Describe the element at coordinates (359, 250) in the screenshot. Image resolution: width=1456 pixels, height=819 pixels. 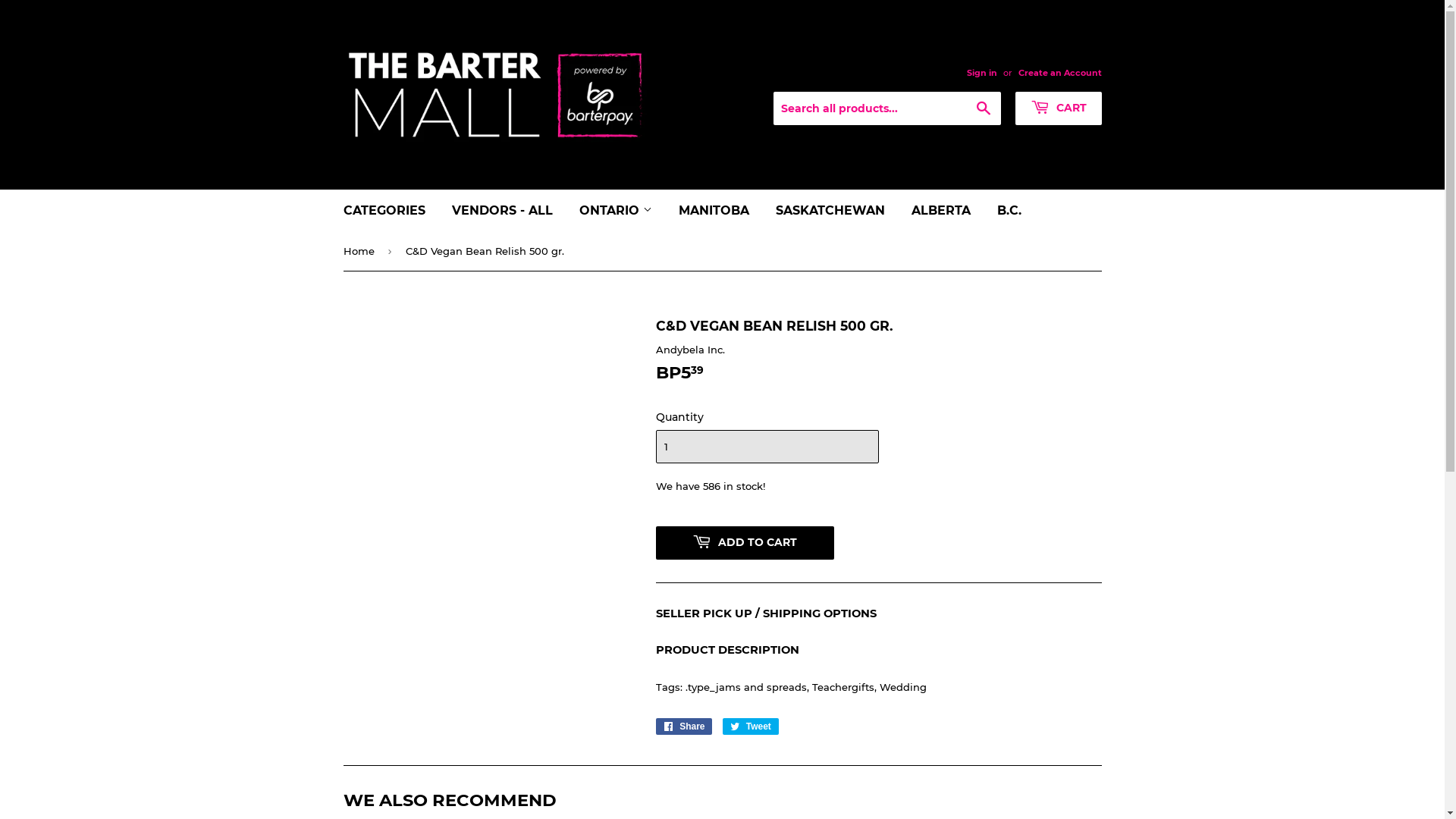
I see `'Home'` at that location.